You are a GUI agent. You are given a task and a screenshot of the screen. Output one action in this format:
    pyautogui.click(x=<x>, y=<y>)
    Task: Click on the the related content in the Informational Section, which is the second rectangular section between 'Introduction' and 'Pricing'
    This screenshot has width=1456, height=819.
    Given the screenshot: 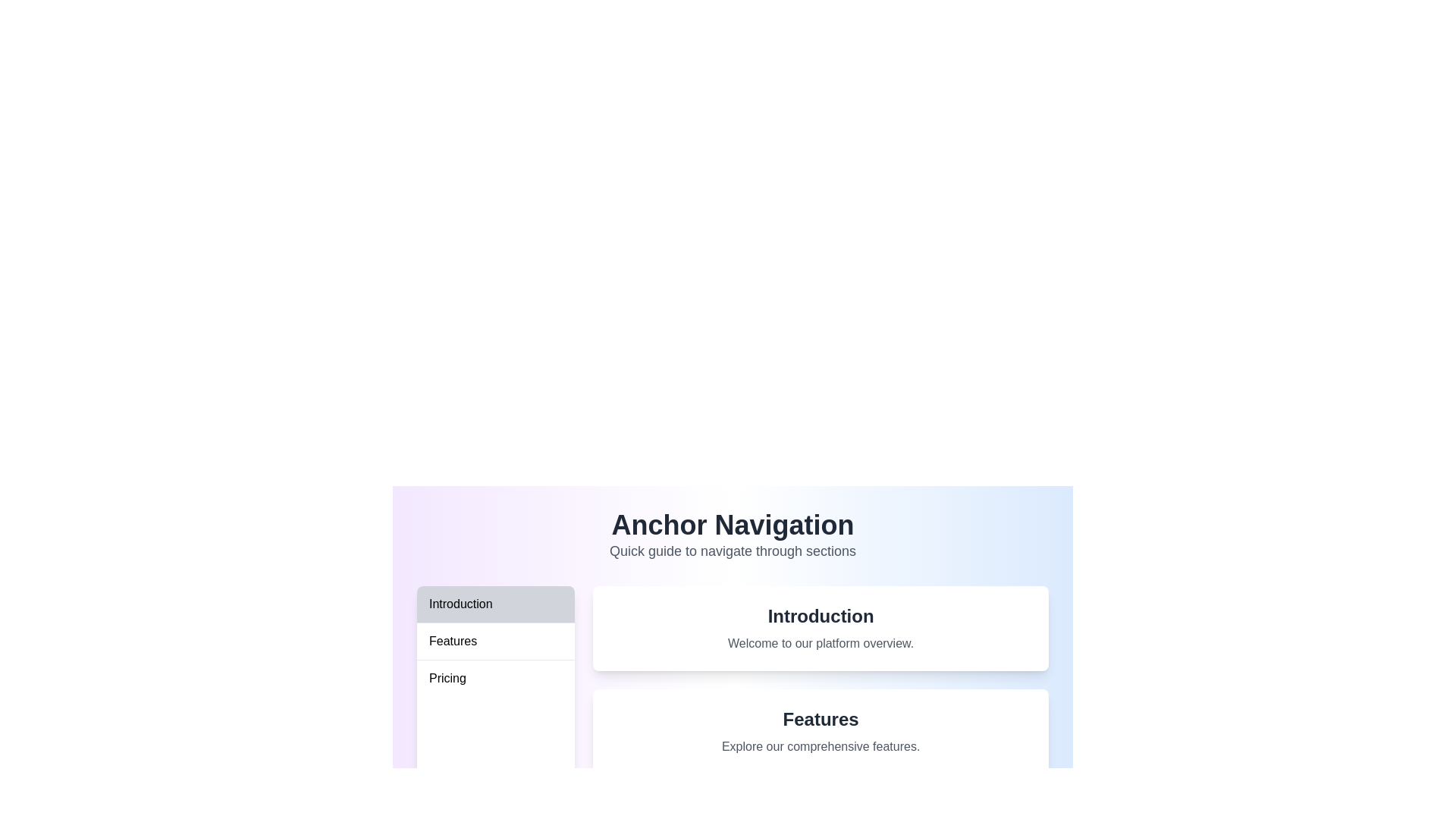 What is the action you would take?
    pyautogui.click(x=820, y=730)
    